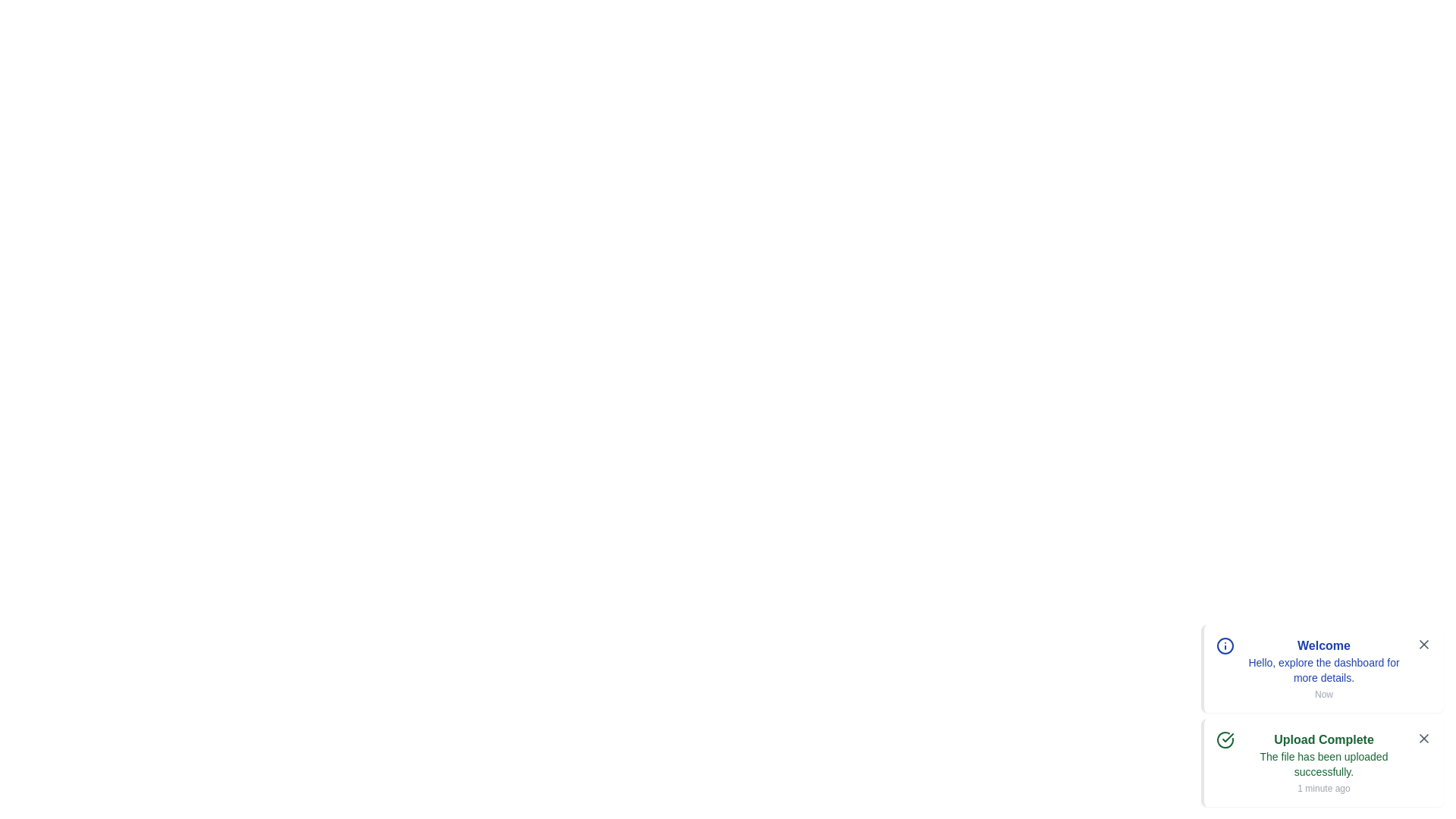 Image resolution: width=1456 pixels, height=819 pixels. Describe the element at coordinates (1321, 763) in the screenshot. I see `the notification identified by Upload Complete` at that location.